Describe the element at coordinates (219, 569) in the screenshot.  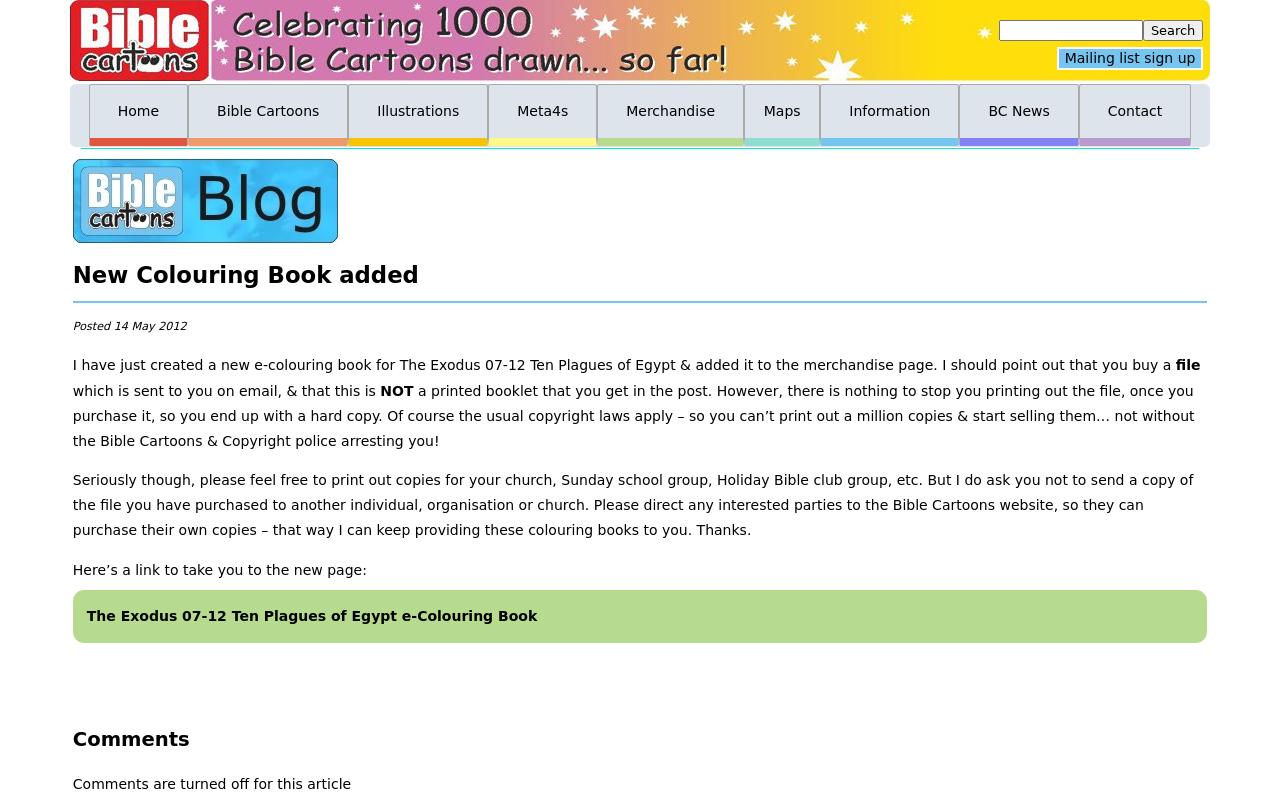
I see `'Here’s a link to take you to the new page:'` at that location.